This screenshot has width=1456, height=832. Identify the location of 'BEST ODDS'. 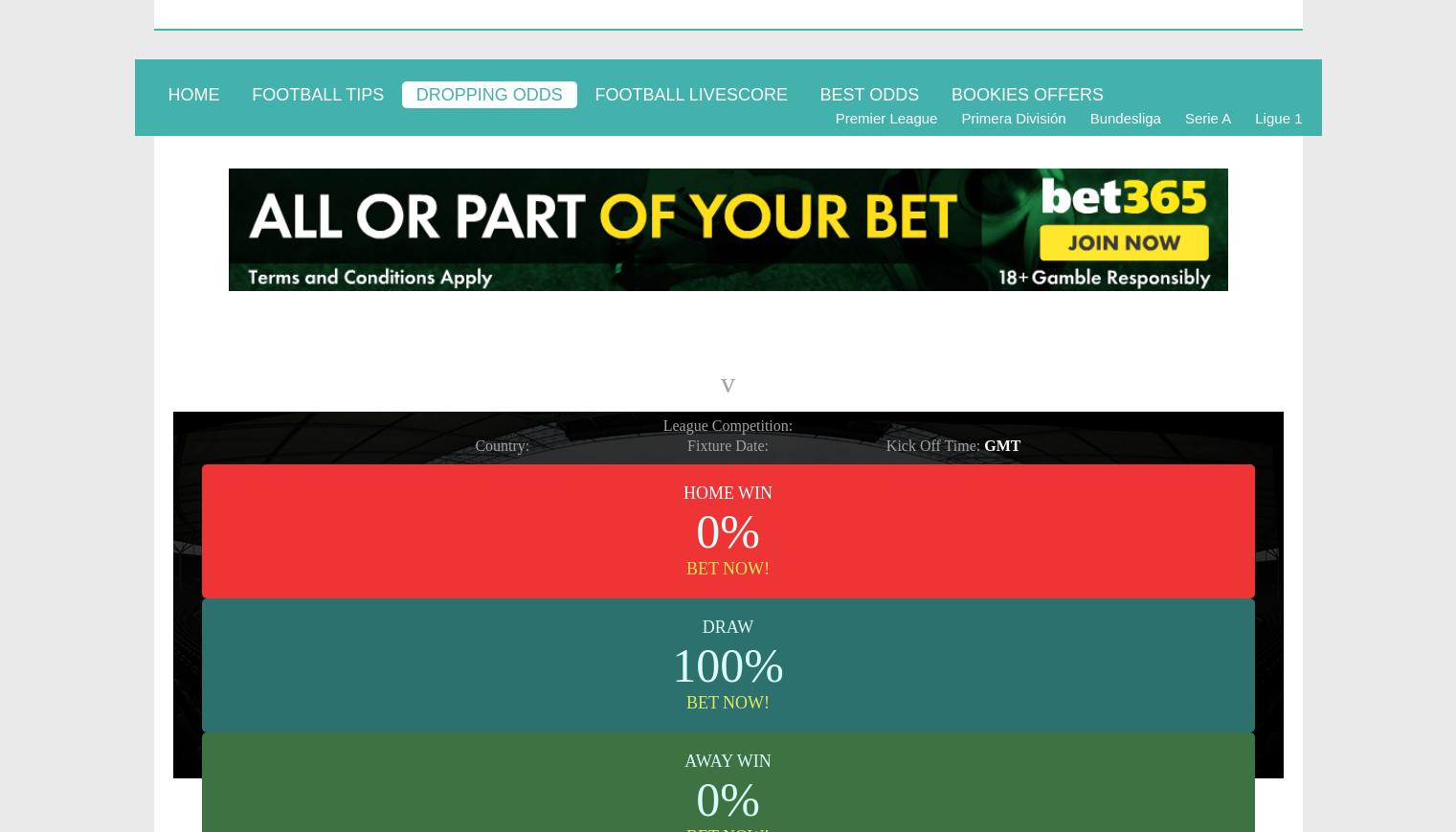
(868, 93).